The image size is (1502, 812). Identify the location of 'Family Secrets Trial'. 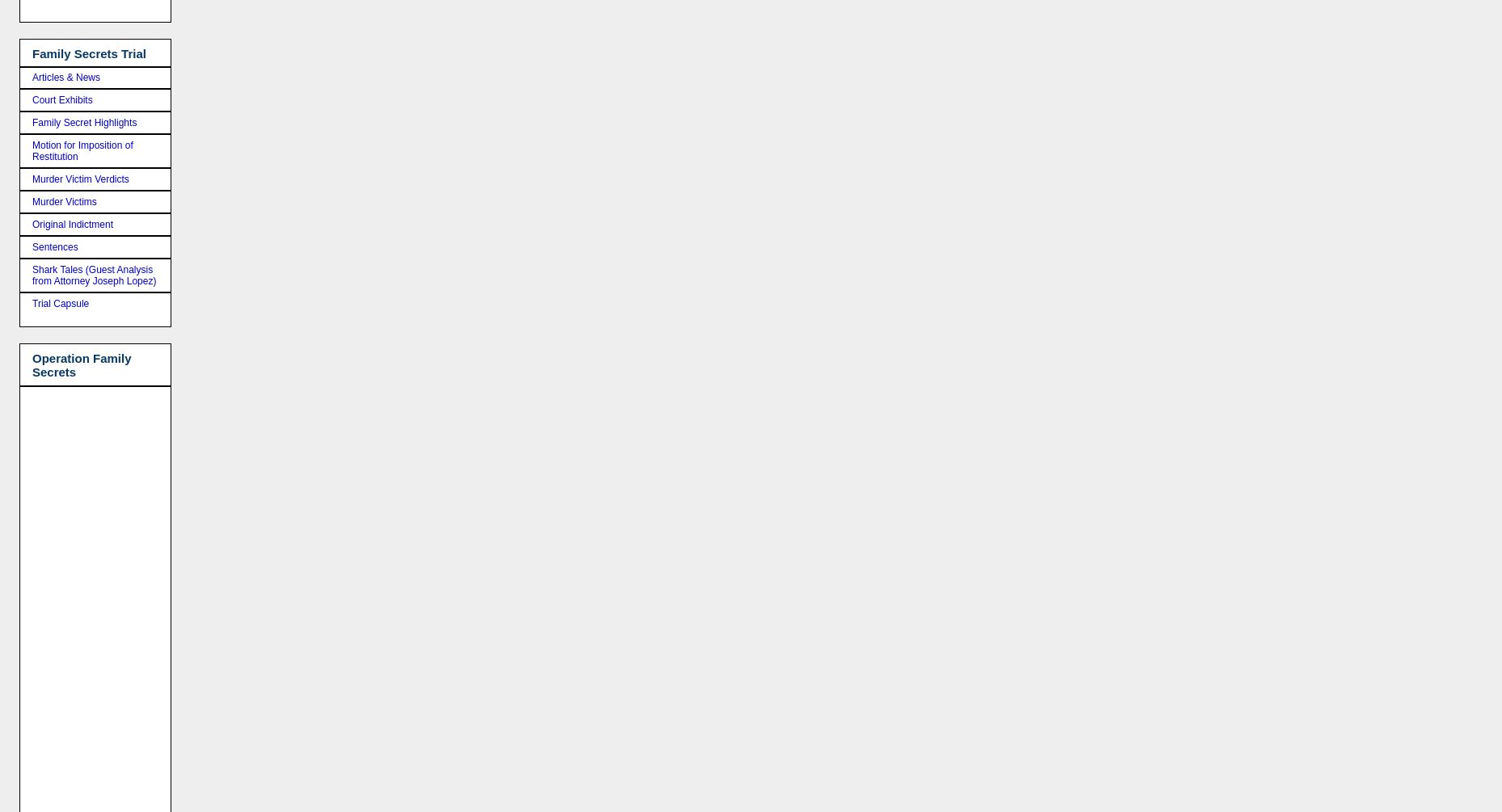
(31, 53).